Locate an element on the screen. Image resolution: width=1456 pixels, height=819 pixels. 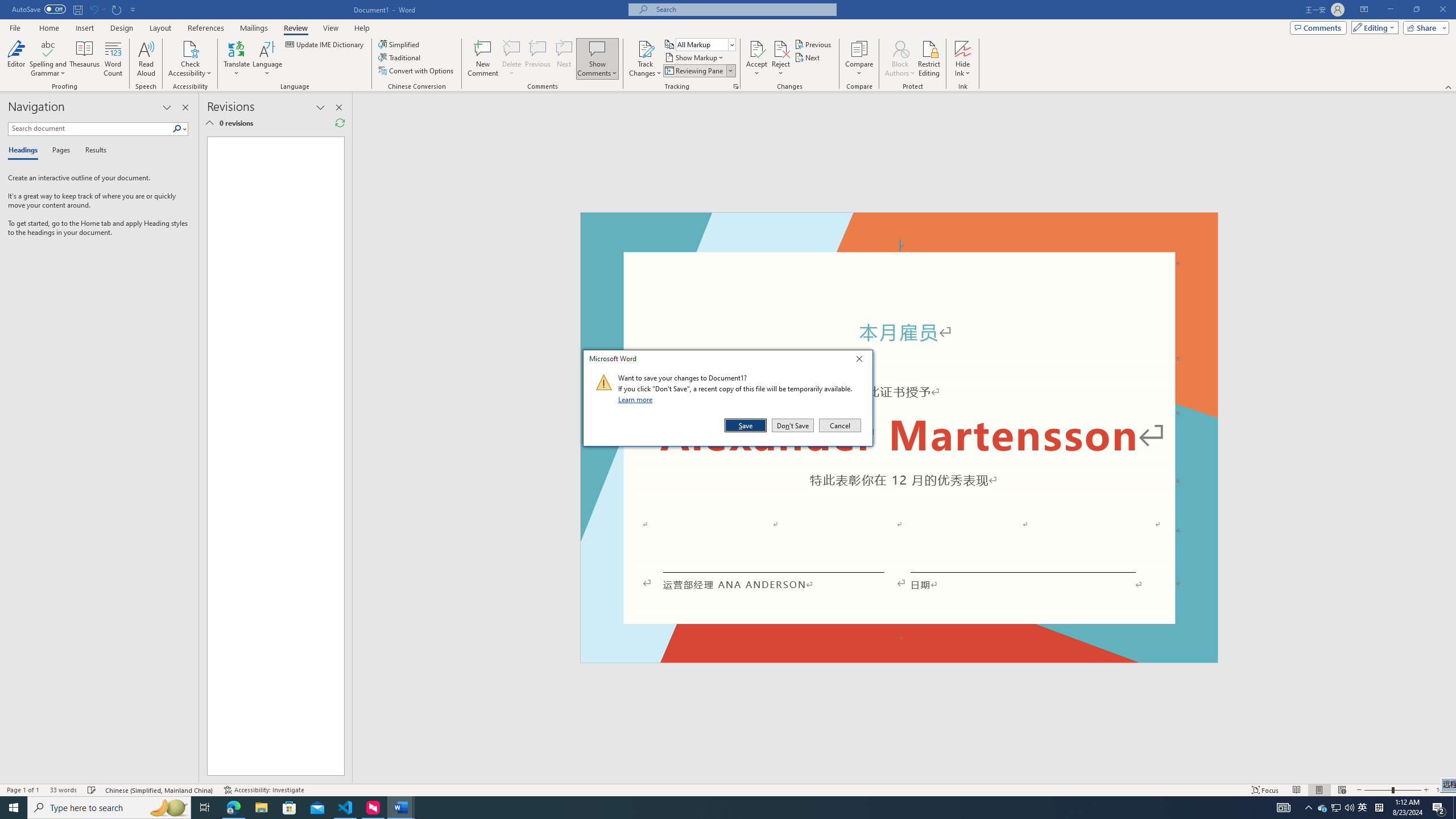
'Notification Chevron' is located at coordinates (1308, 806).